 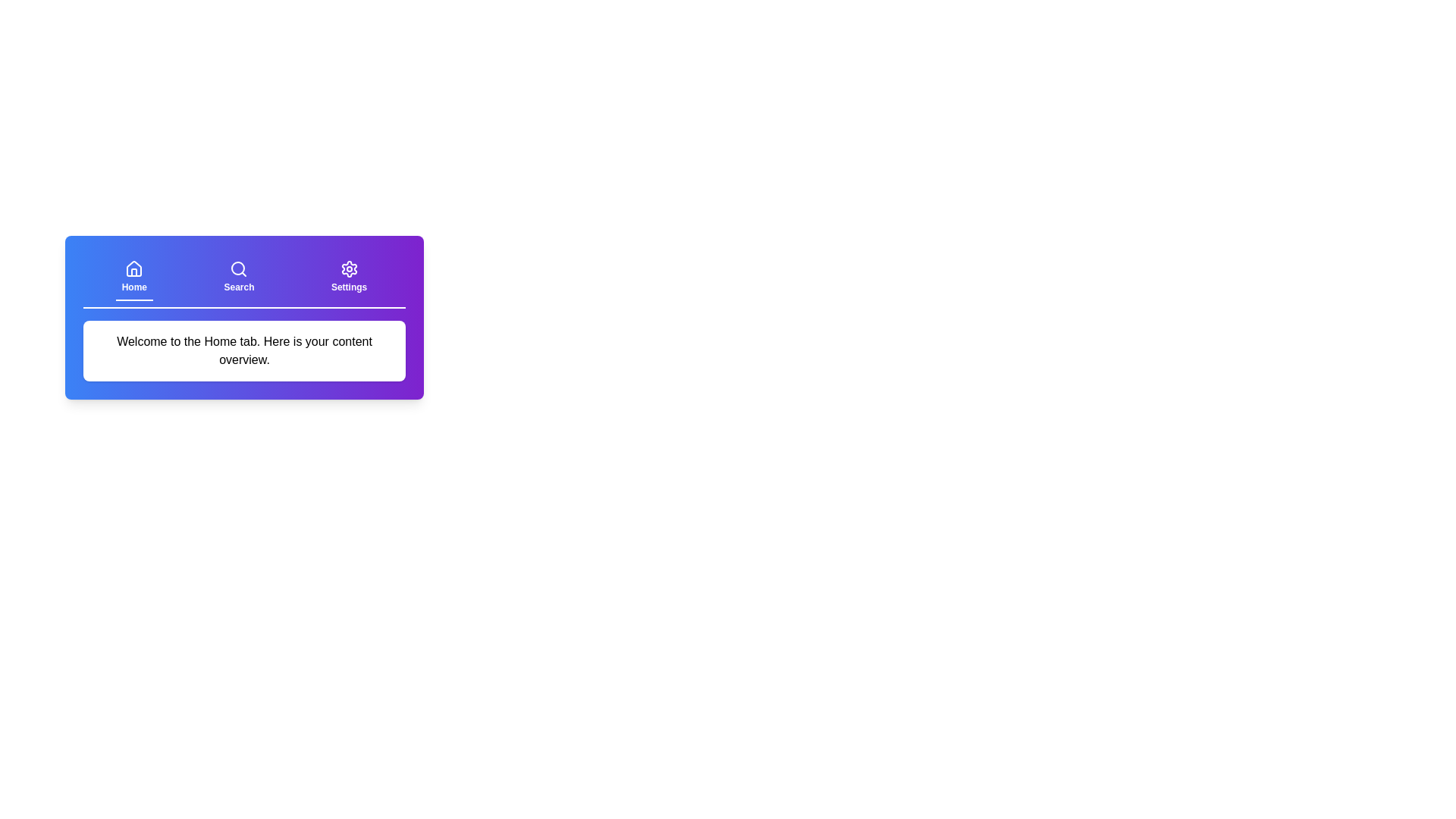 I want to click on the tab labeled Search to switch to the respective tab, so click(x=238, y=278).